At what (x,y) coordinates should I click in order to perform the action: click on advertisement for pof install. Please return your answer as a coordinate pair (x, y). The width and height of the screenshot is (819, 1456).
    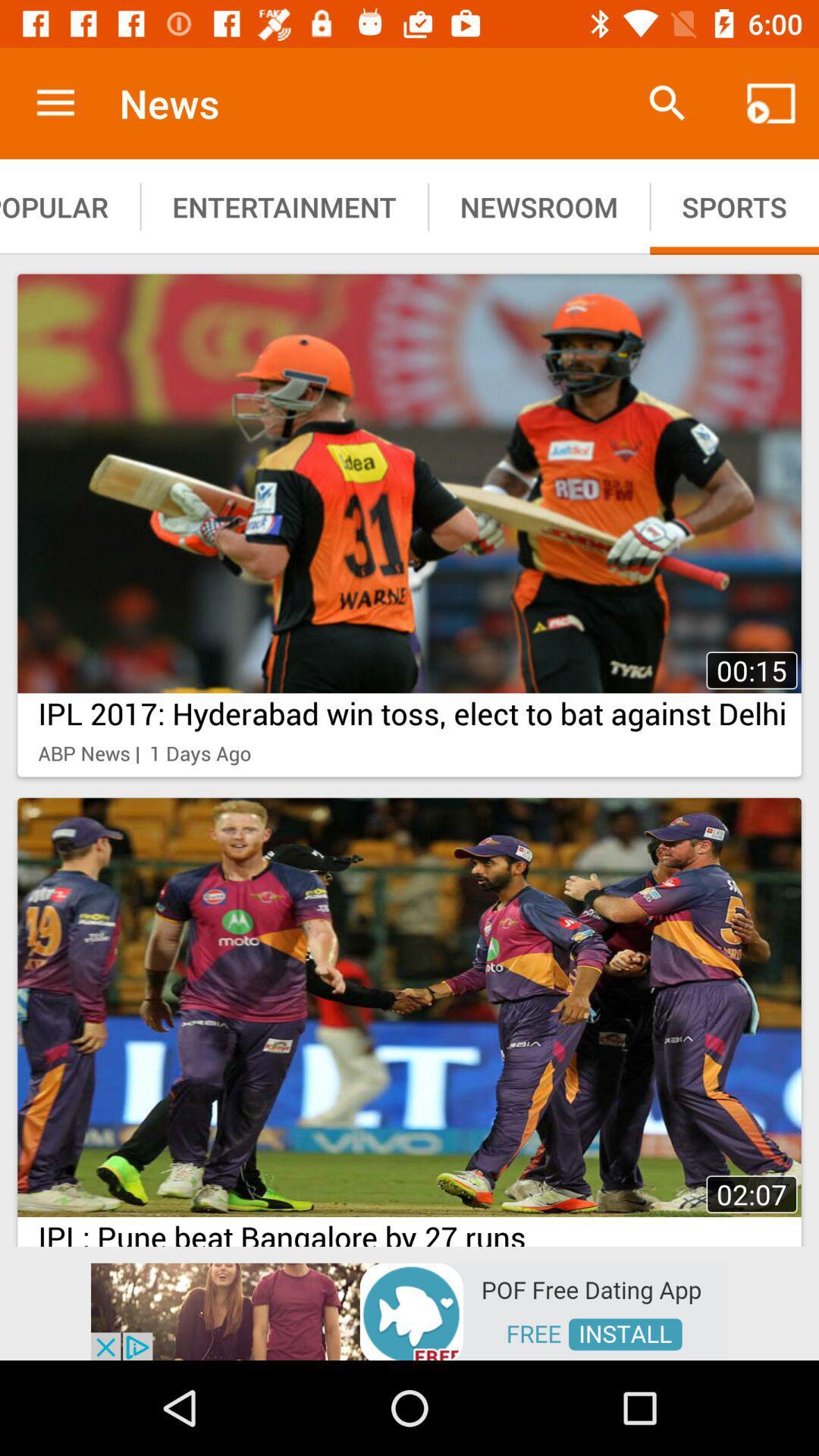
    Looking at the image, I should click on (409, 1310).